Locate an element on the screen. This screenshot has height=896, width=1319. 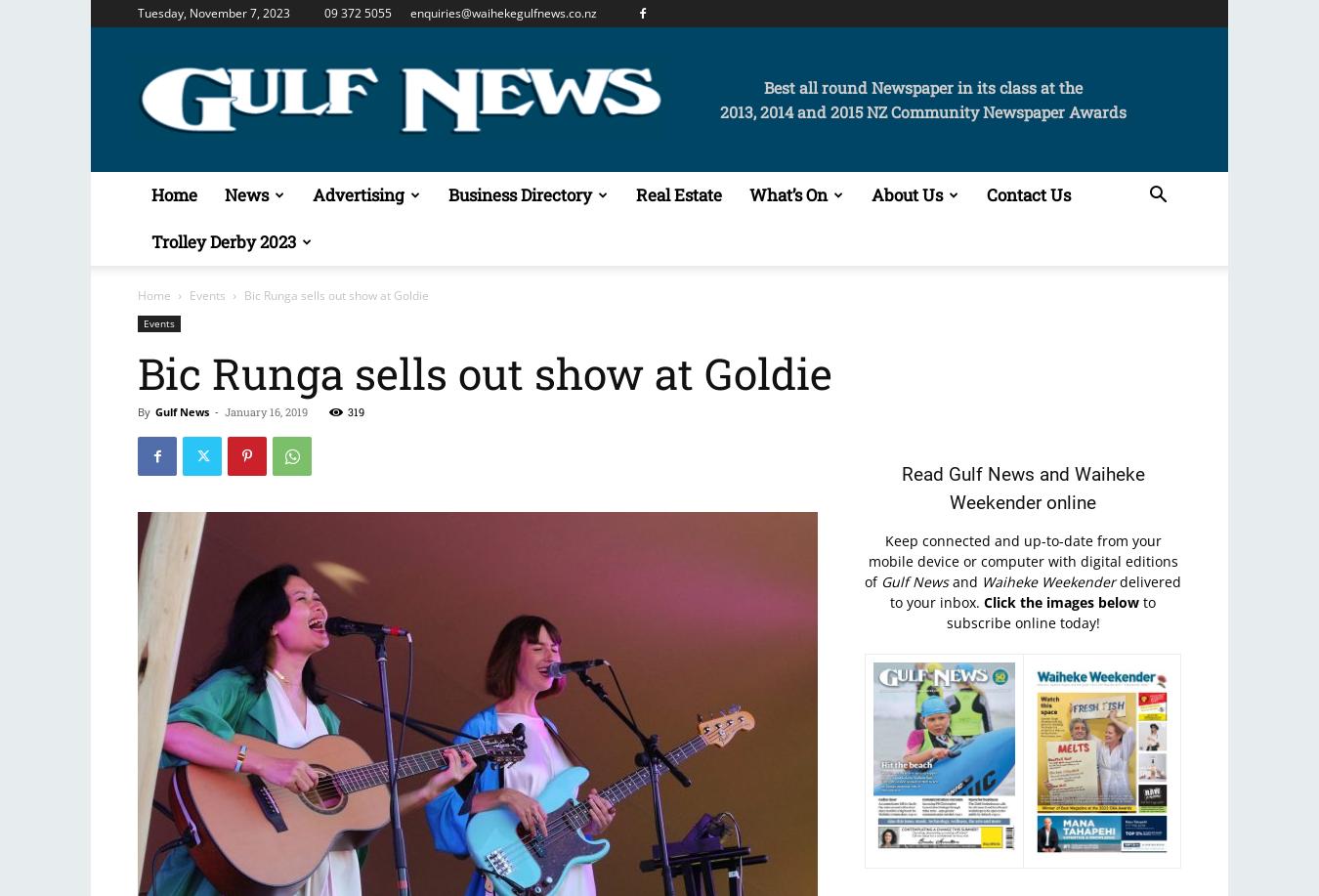
'Home' is located at coordinates (153, 295).